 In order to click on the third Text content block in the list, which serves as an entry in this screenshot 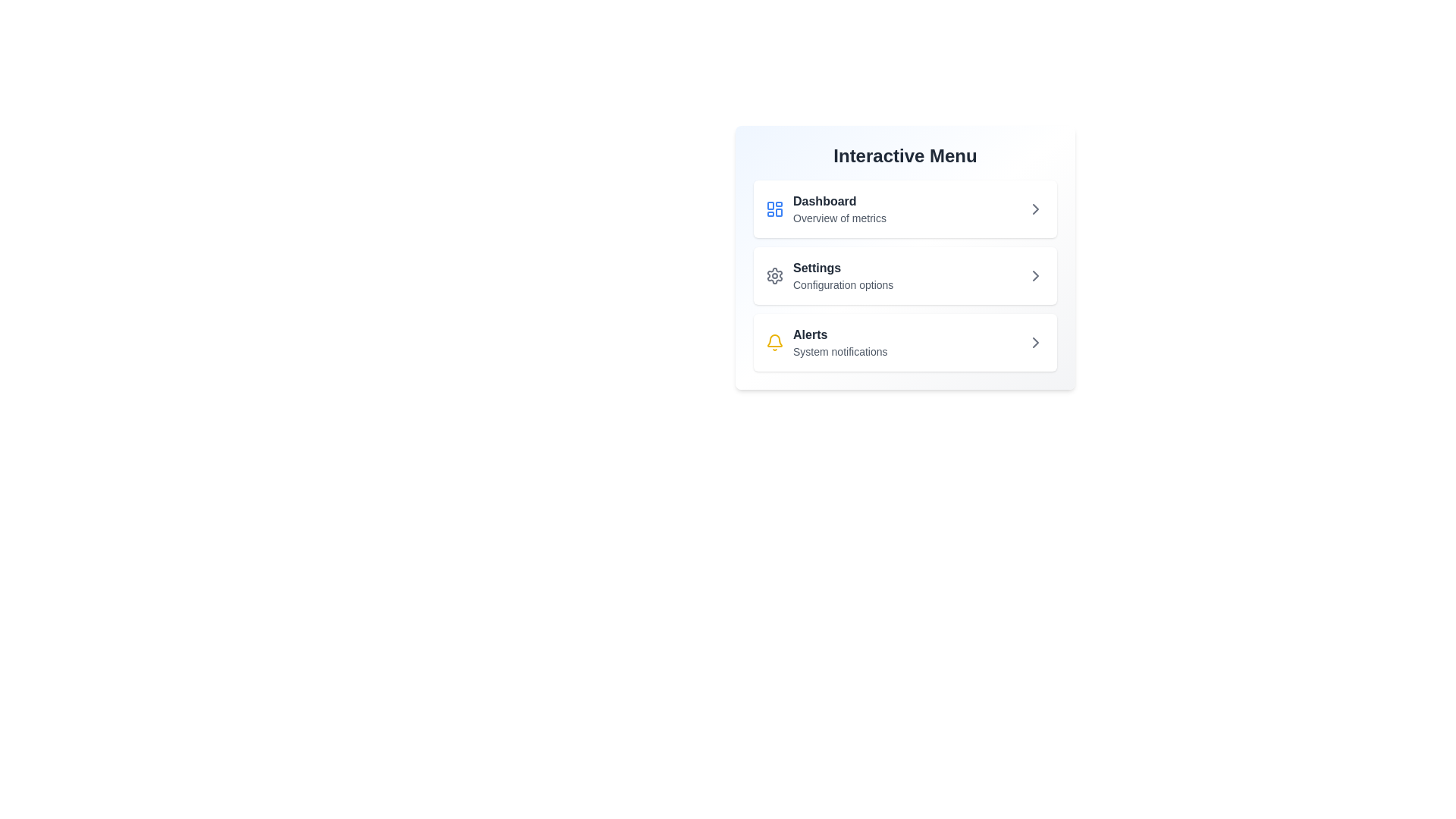, I will do `click(839, 342)`.